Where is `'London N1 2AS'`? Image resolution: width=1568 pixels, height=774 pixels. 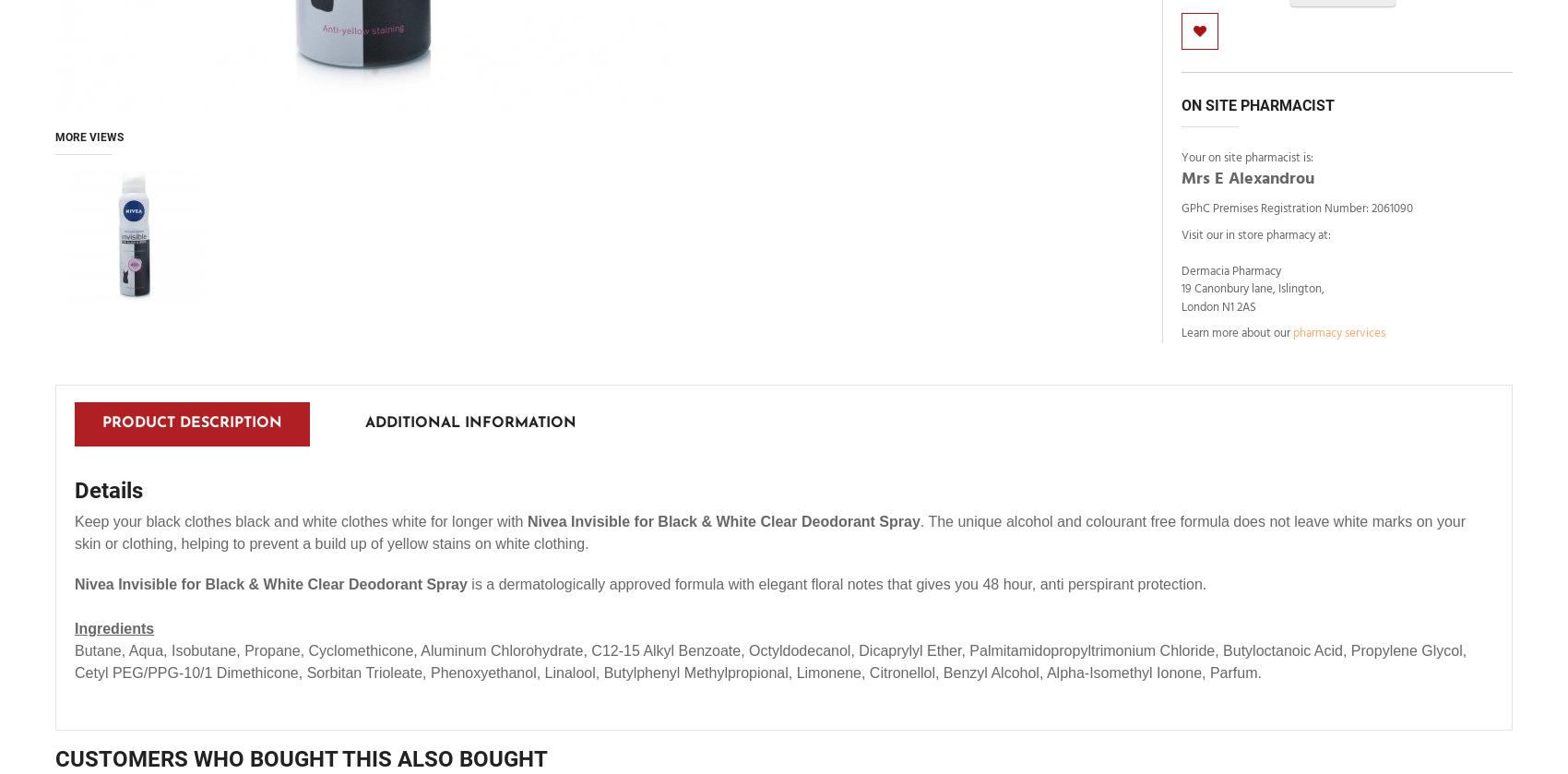
'London N1 2AS' is located at coordinates (1218, 306).